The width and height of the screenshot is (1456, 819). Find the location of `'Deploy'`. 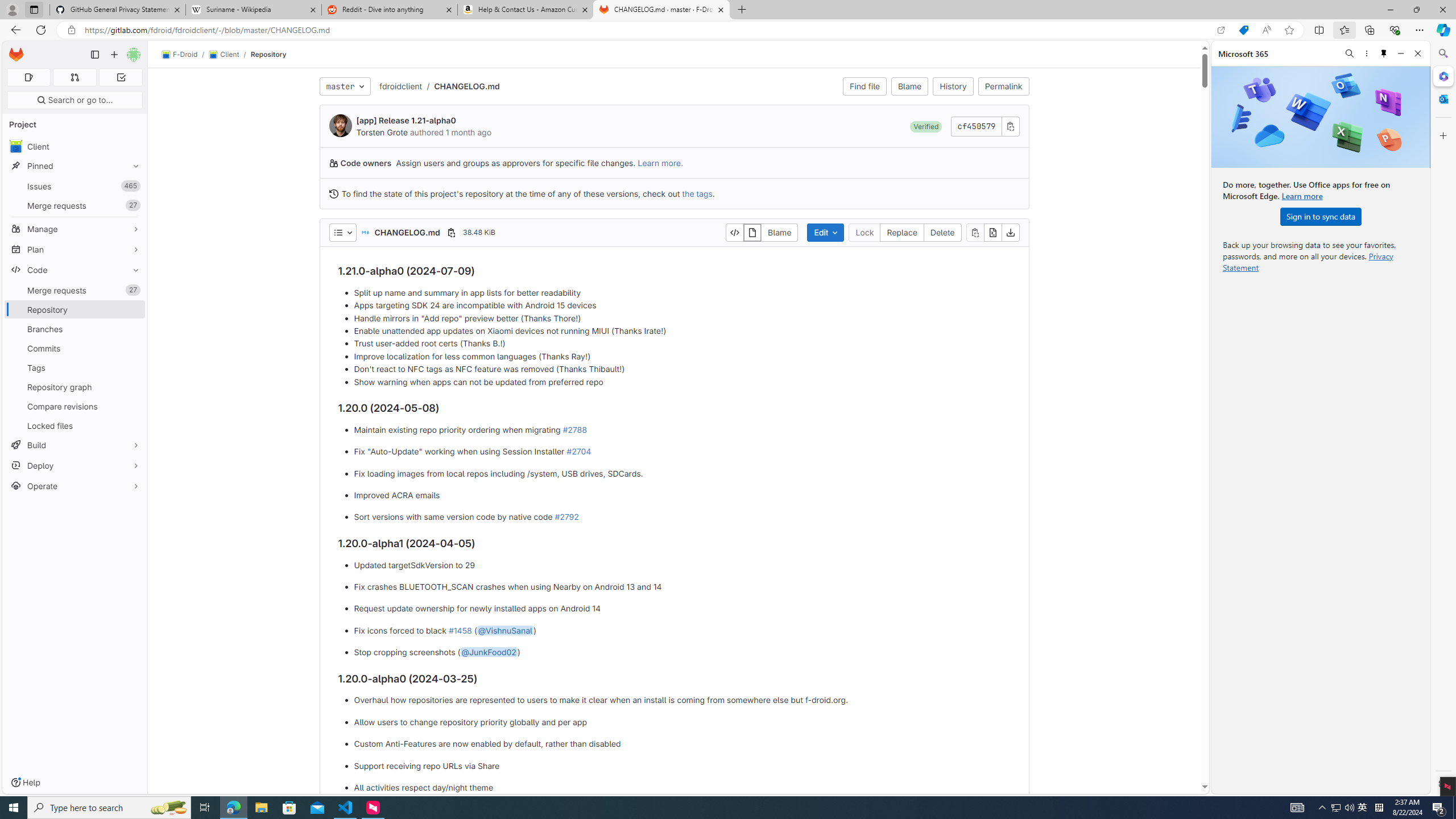

'Deploy' is located at coordinates (74, 465).